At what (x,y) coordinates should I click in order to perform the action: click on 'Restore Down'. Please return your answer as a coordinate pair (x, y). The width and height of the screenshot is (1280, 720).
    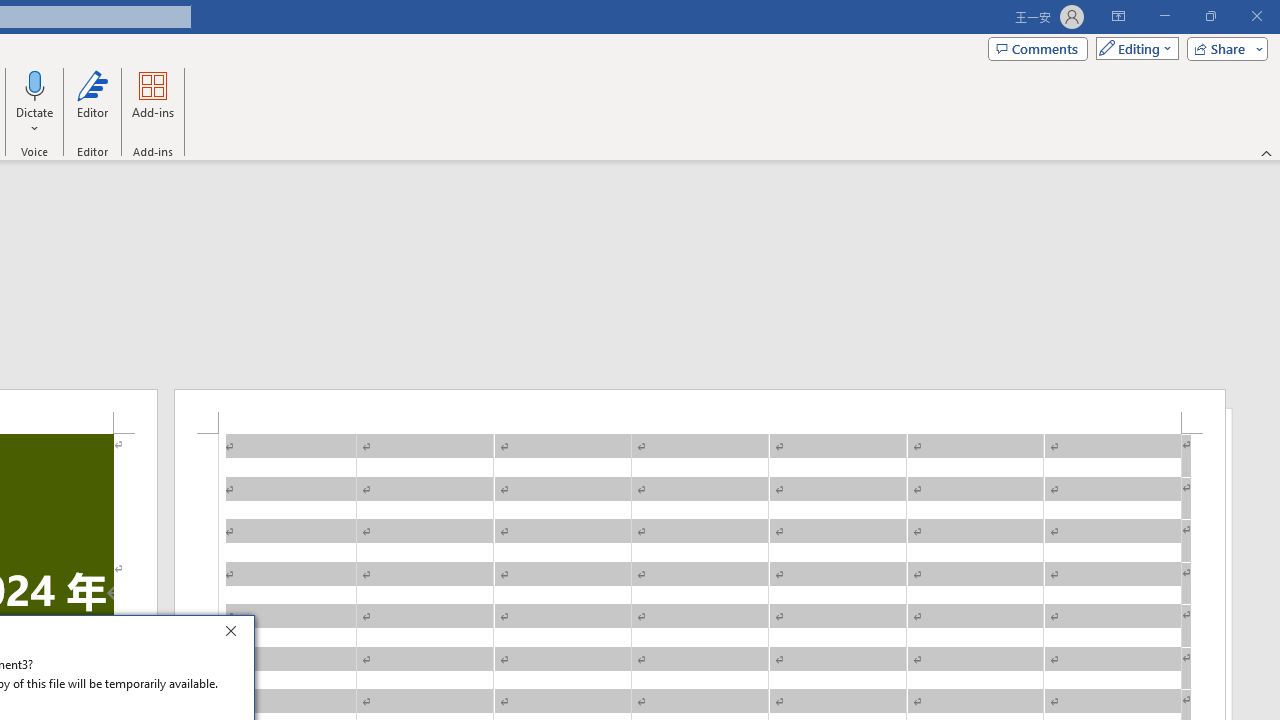
    Looking at the image, I should click on (1209, 16).